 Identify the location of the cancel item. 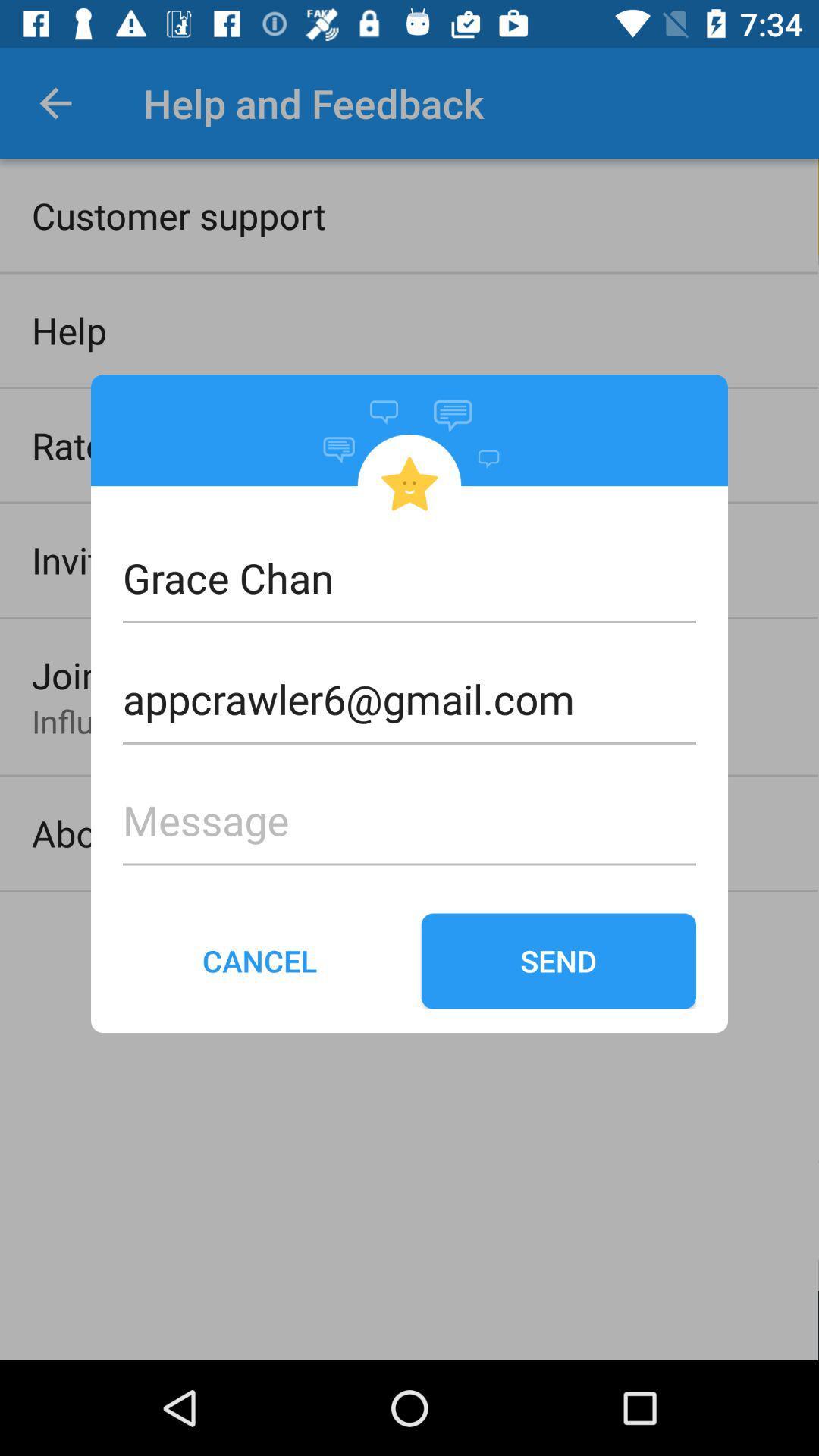
(259, 960).